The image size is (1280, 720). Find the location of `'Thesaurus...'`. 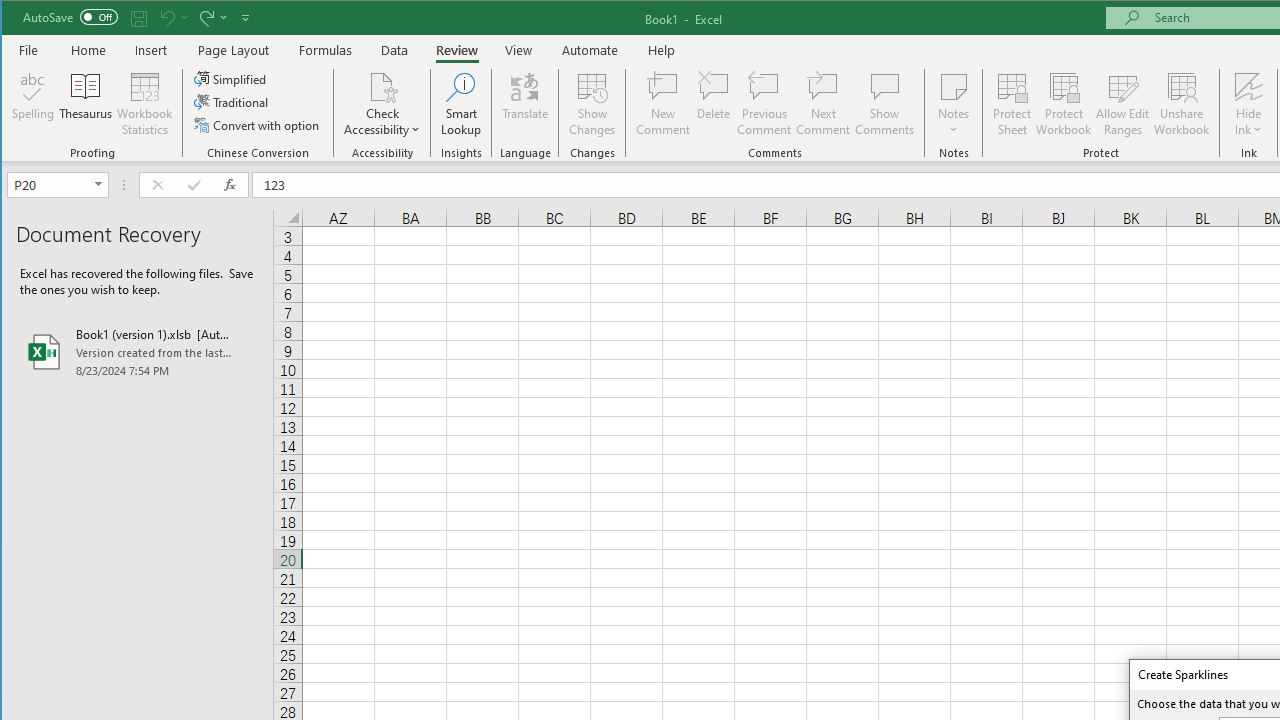

'Thesaurus...' is located at coordinates (85, 104).